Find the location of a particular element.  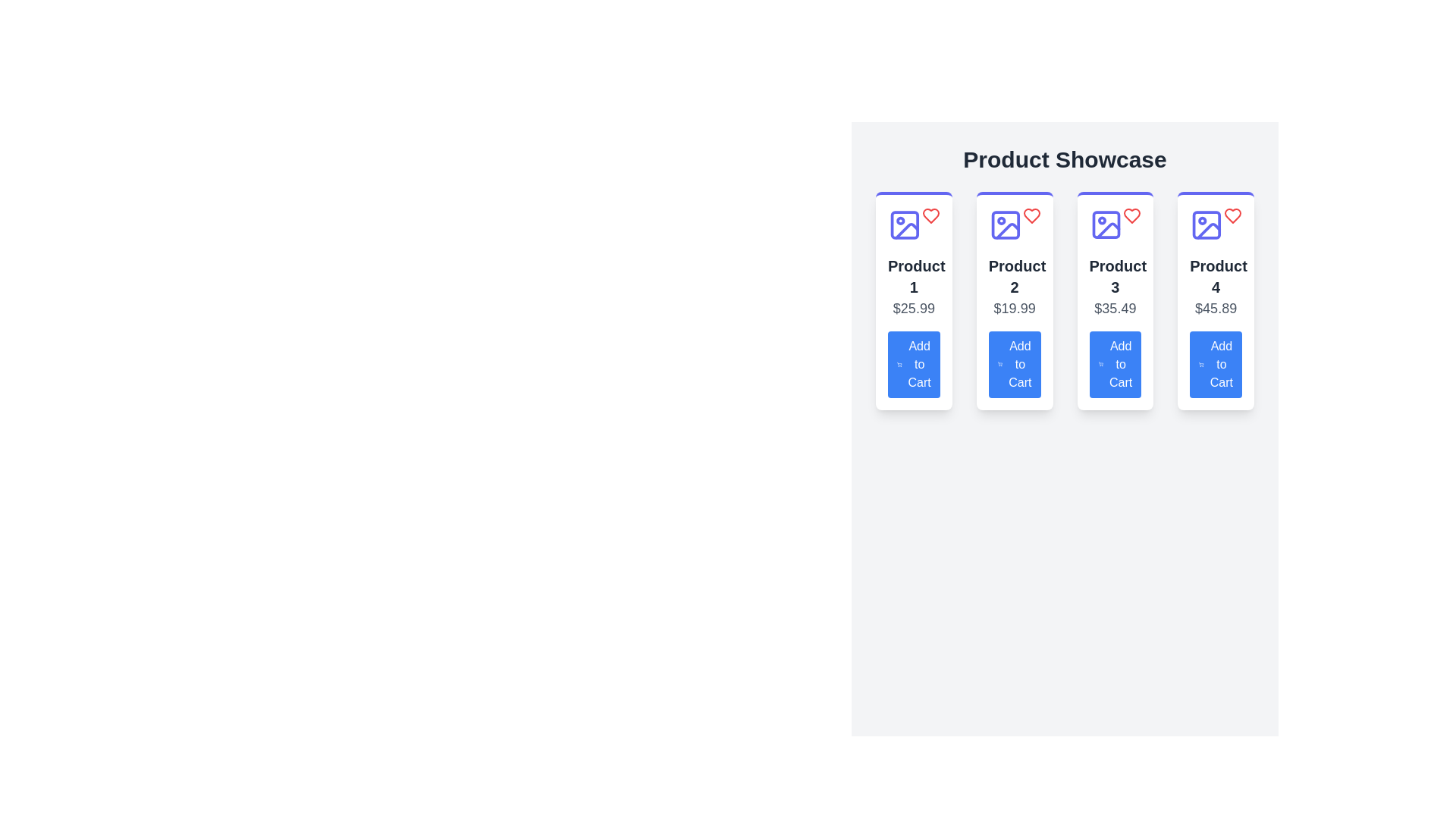

the Text Display element showing the price '$45.89' located below the title 'Product 4' and above the 'Add to Cart' button is located at coordinates (1216, 308).